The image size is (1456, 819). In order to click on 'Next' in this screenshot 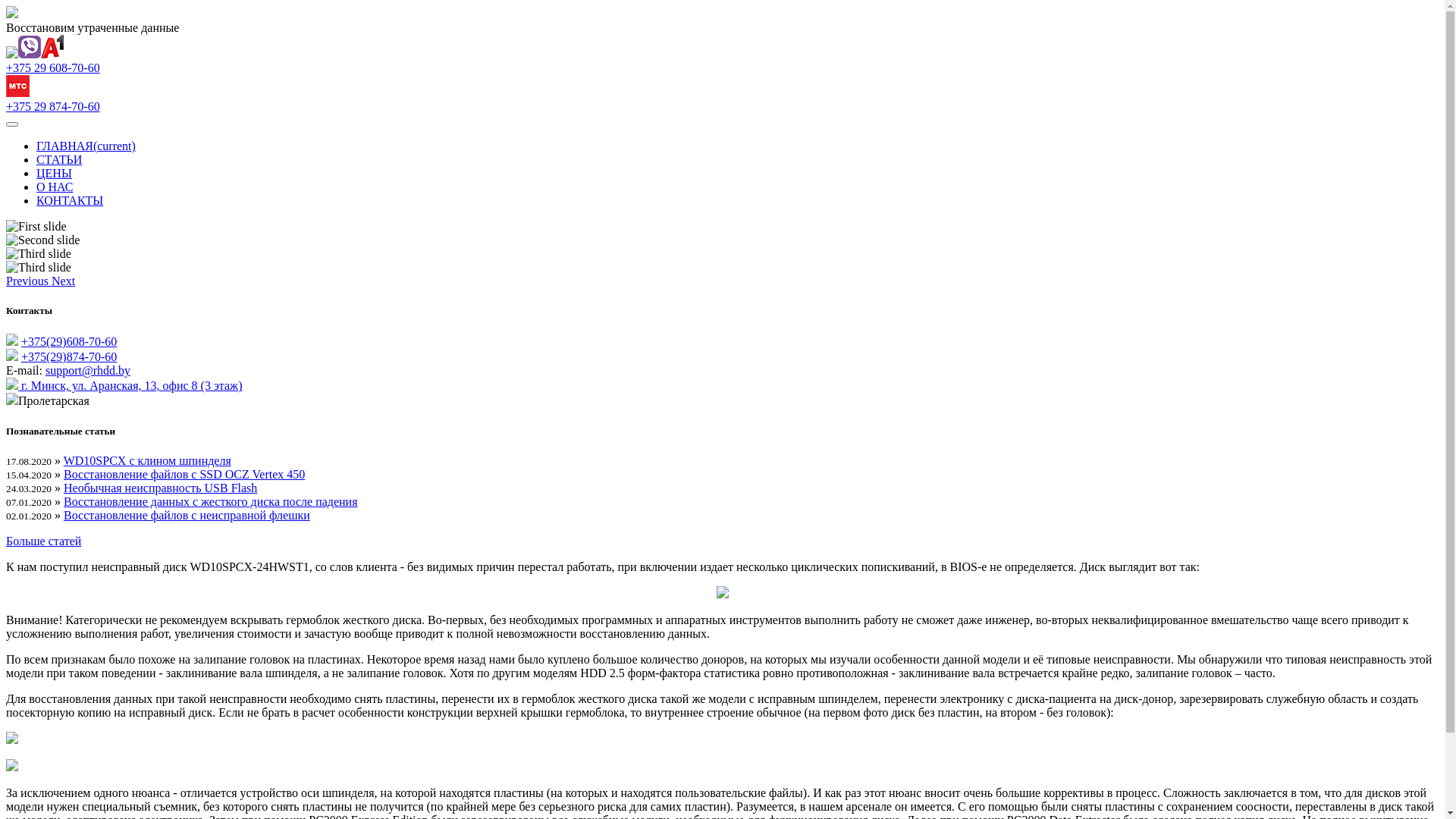, I will do `click(62, 281)`.